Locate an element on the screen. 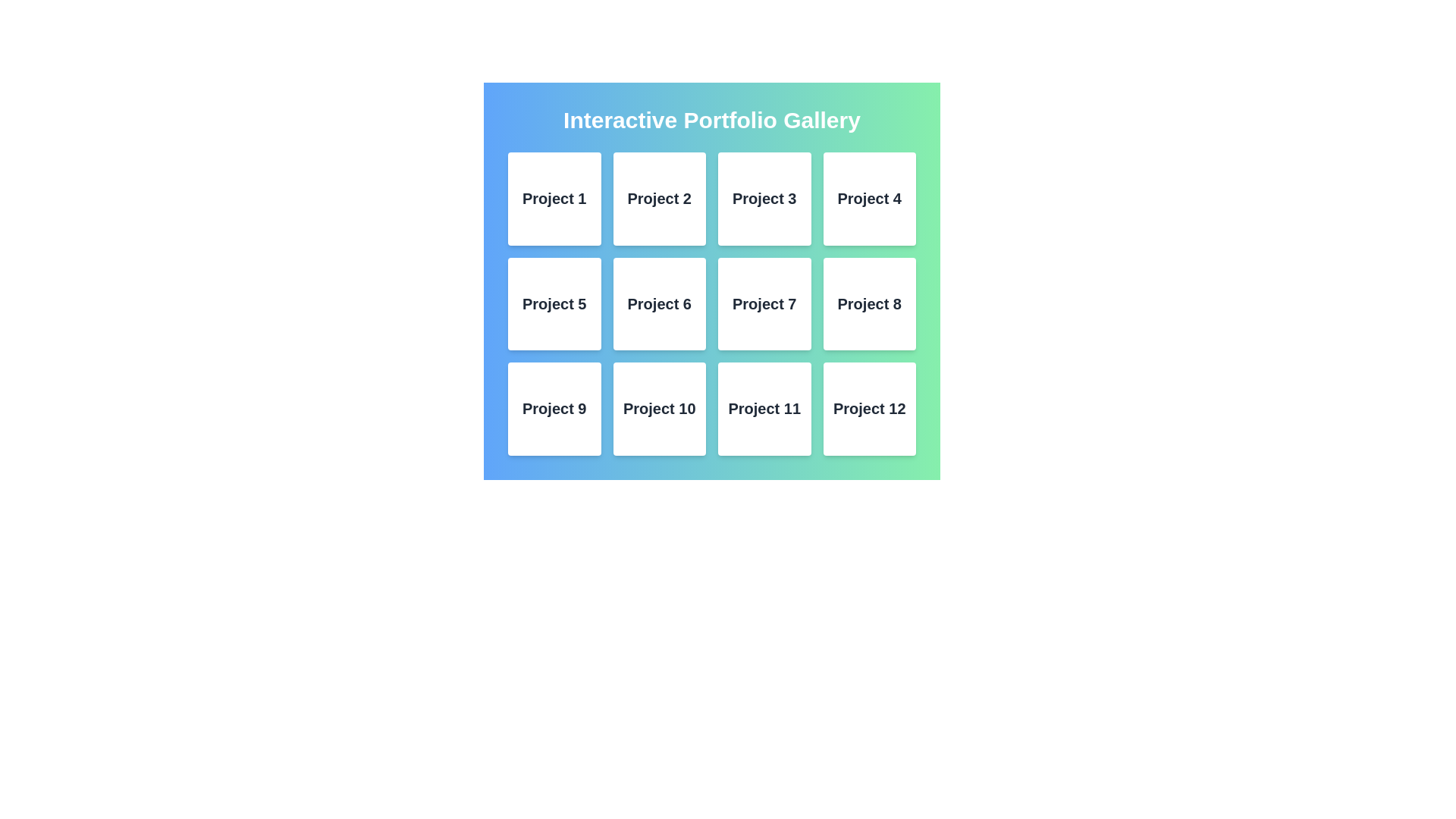  the third card in the last row of the portfolio grid layout is located at coordinates (764, 408).